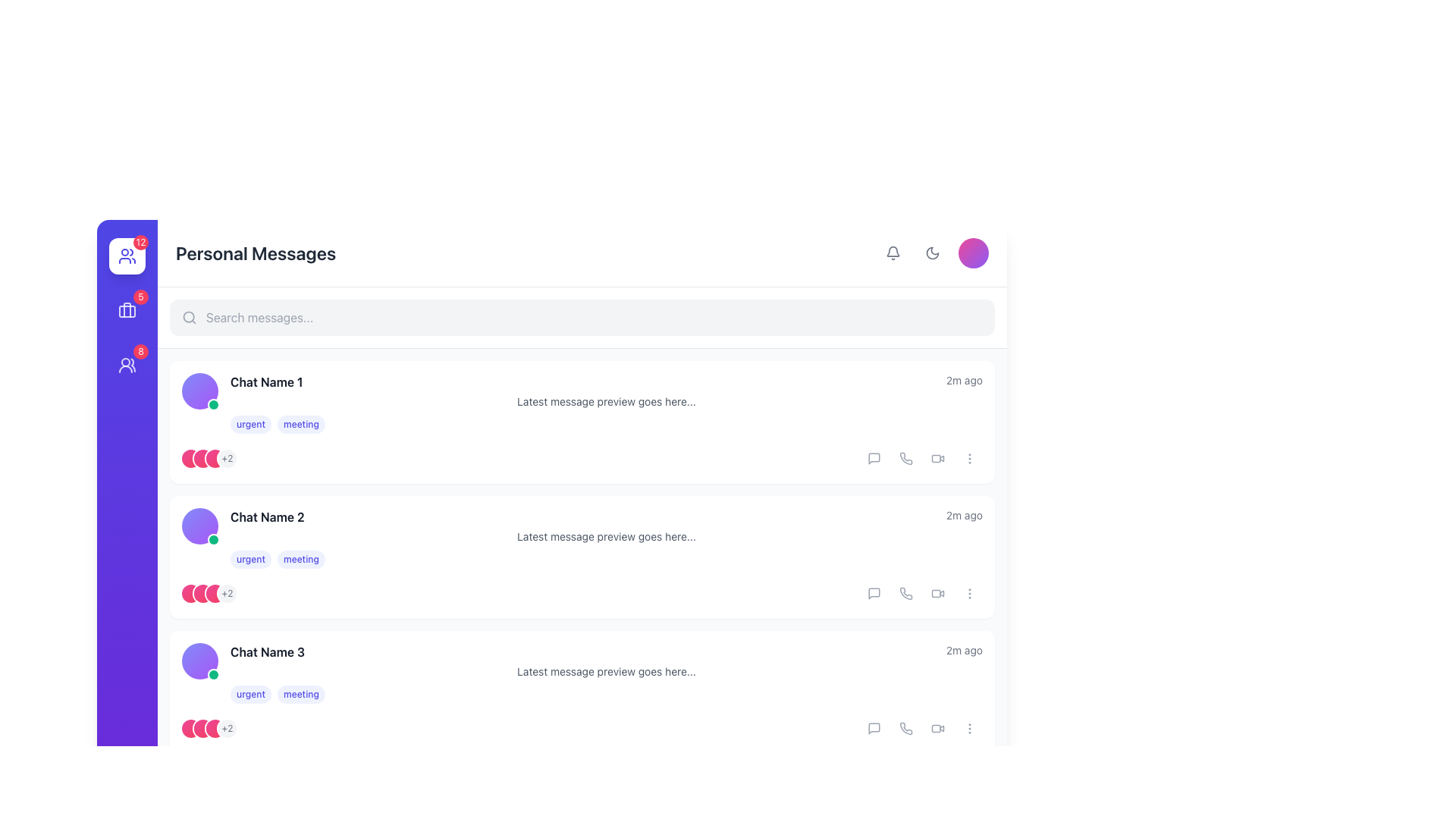  What do you see at coordinates (213, 674) in the screenshot?
I see `the online status indicator located at the bottom-right corner of the profile image for 'Chat Name 3' in the chat list` at bounding box center [213, 674].